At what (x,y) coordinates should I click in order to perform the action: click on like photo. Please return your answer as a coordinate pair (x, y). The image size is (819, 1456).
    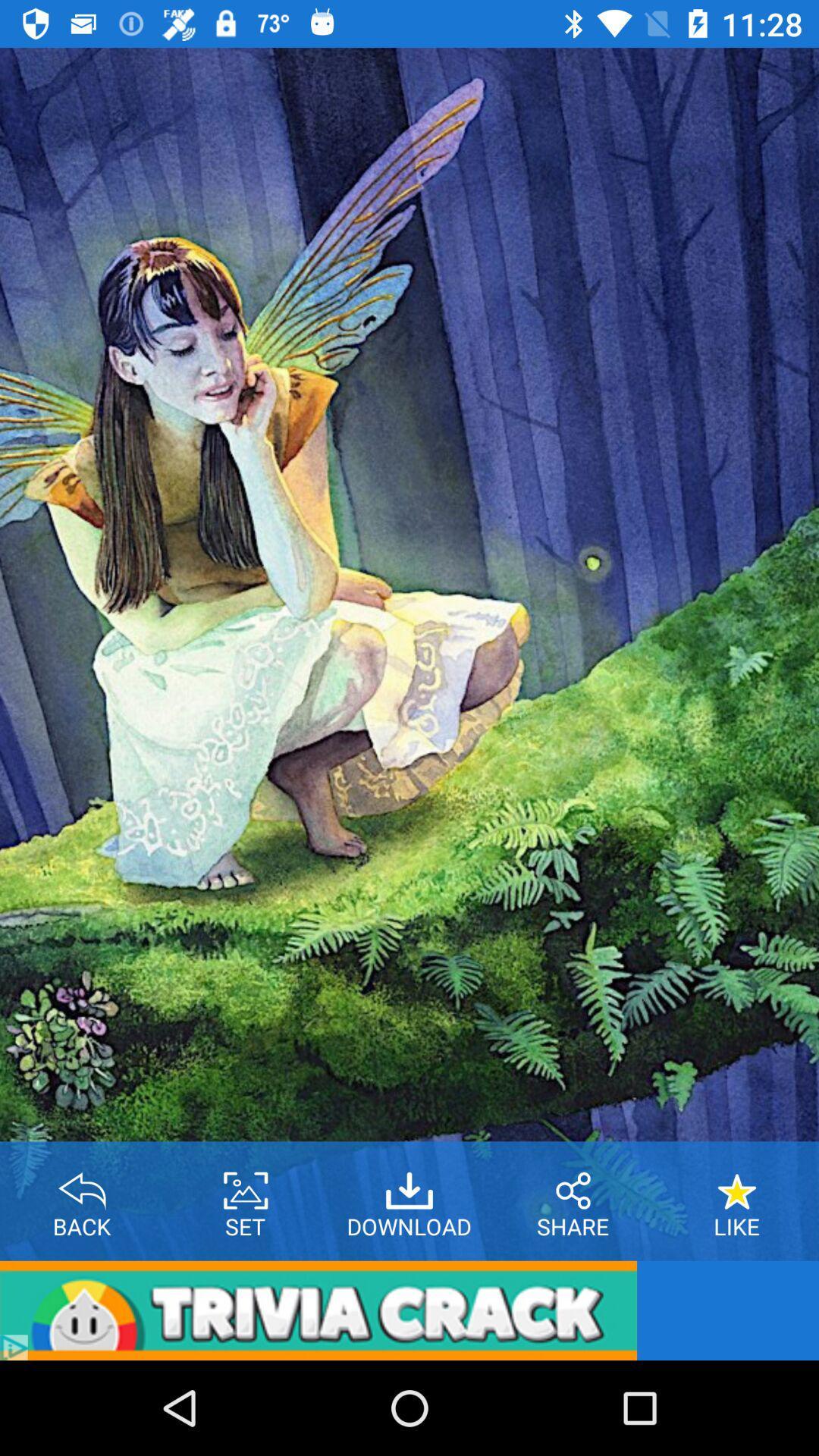
    Looking at the image, I should click on (736, 1185).